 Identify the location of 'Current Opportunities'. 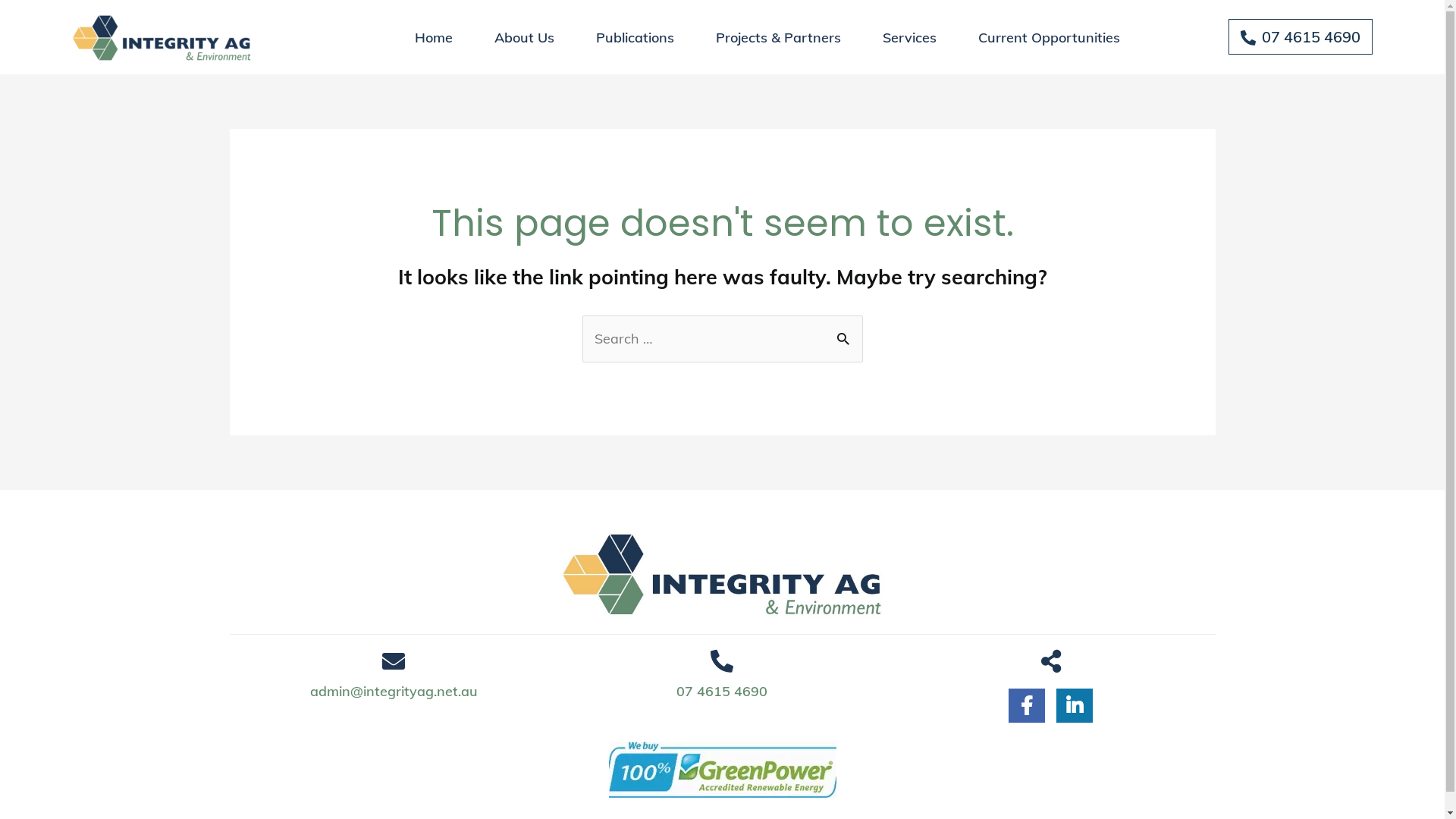
(1048, 36).